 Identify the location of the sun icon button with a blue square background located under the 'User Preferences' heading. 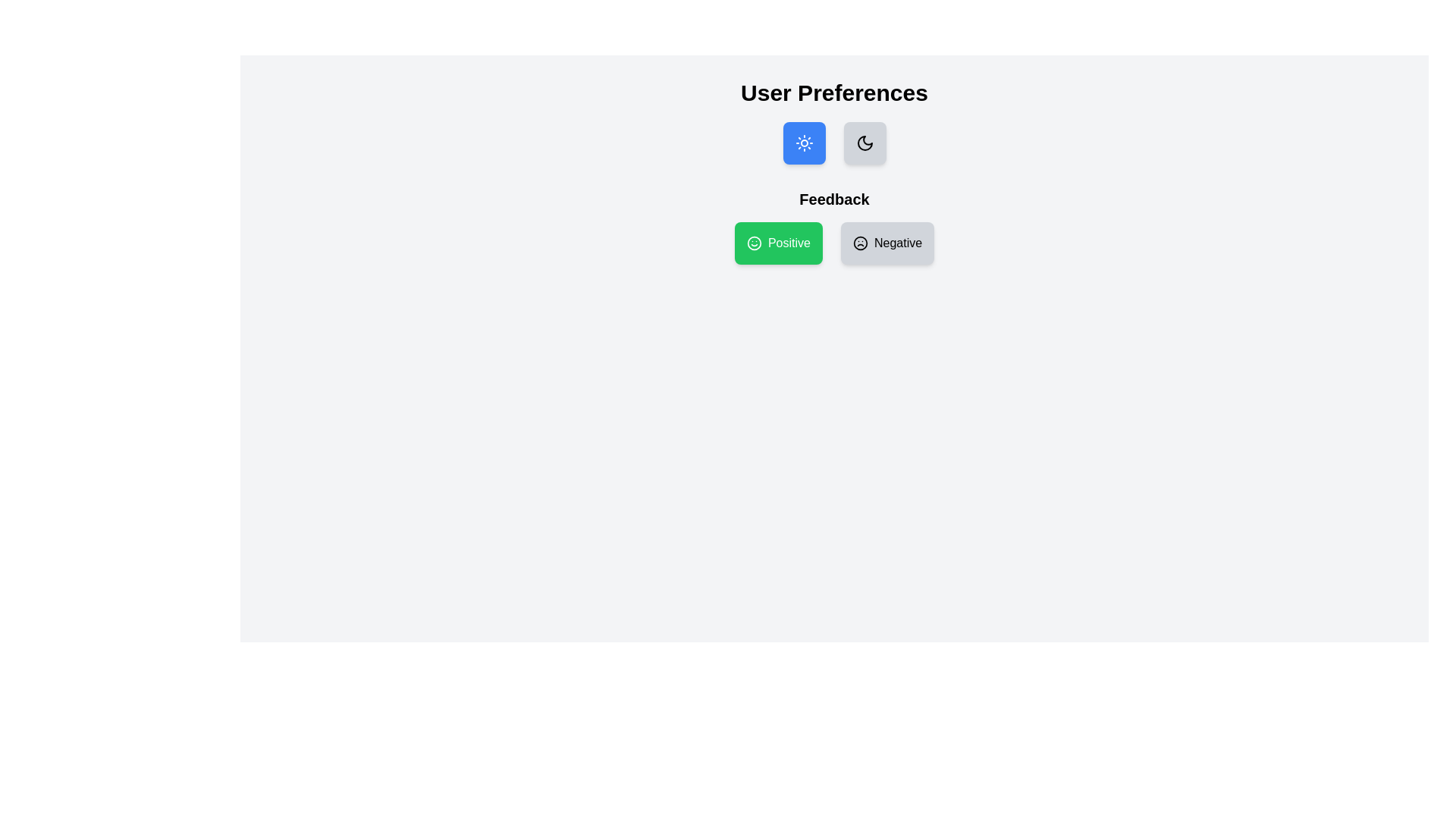
(803, 143).